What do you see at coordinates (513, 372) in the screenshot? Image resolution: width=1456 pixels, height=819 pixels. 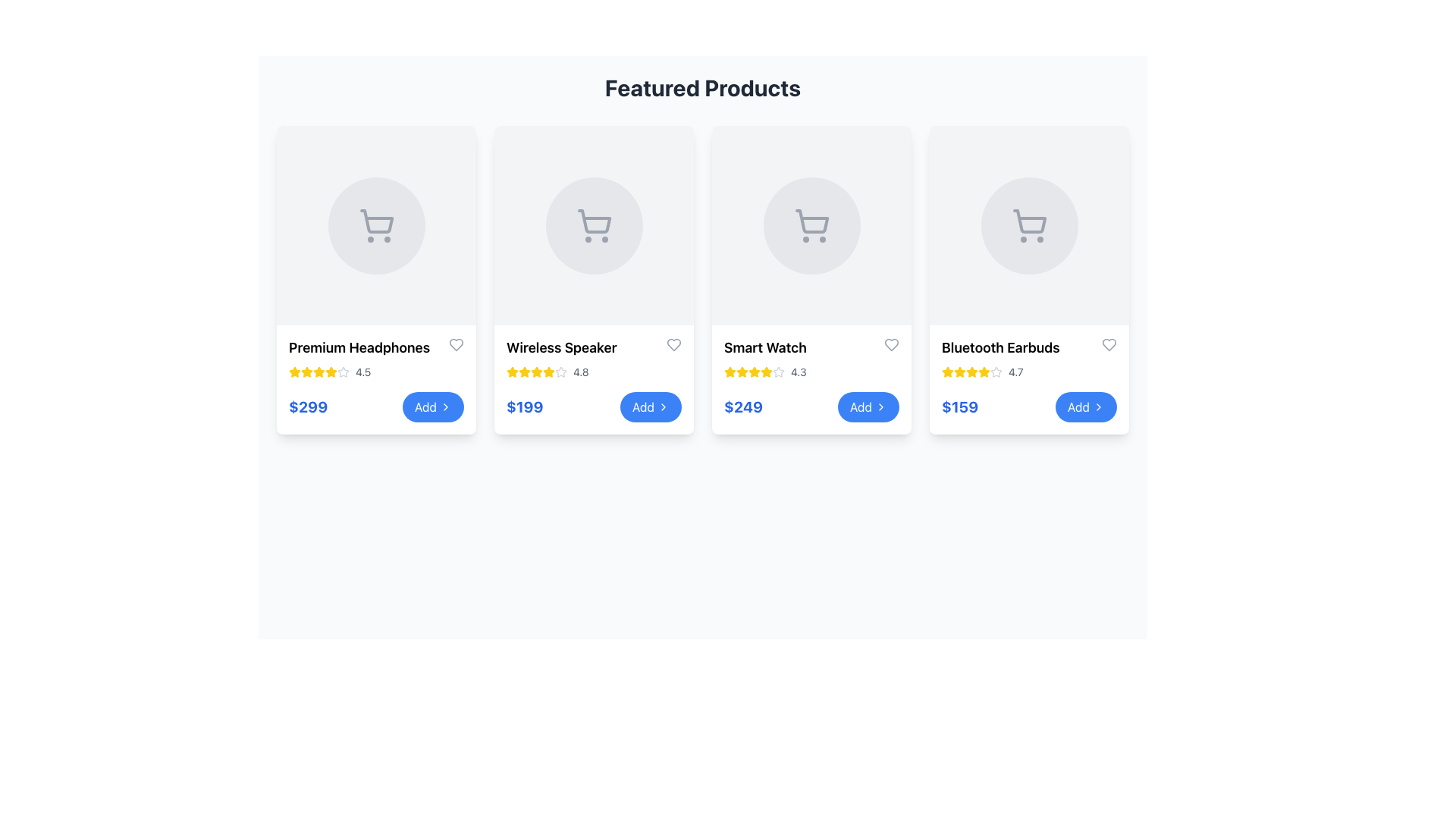 I see `the second star icon representing the customer rating for the 'Wireless Speaker' product` at bounding box center [513, 372].